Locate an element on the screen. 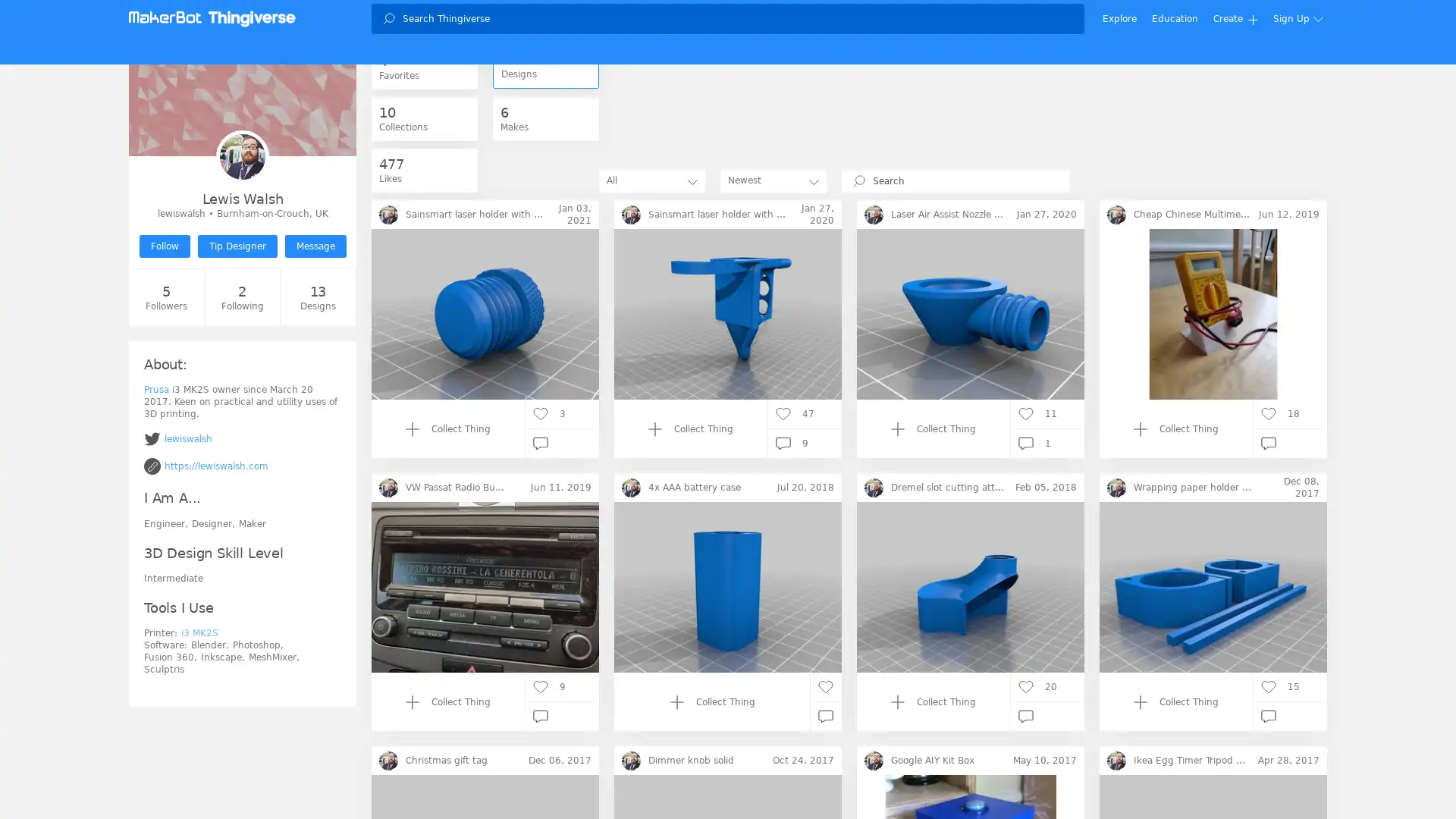  Tip Designer is located at coordinates (236, 245).